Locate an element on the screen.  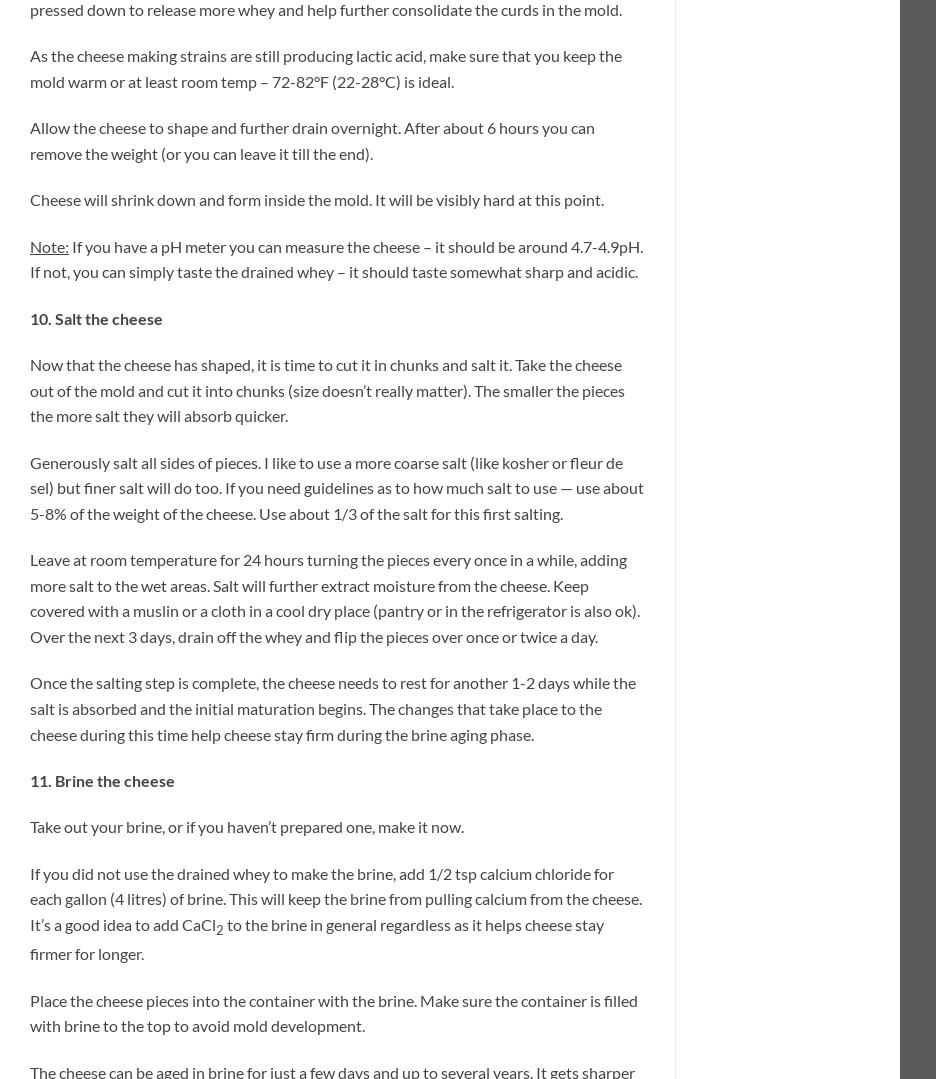
'As the cheese making strains are still producing lactic acid, make sure that you keep the mold warm or at least room temp – 72-82°F (22-28°C) is ideal.' is located at coordinates (325, 66).